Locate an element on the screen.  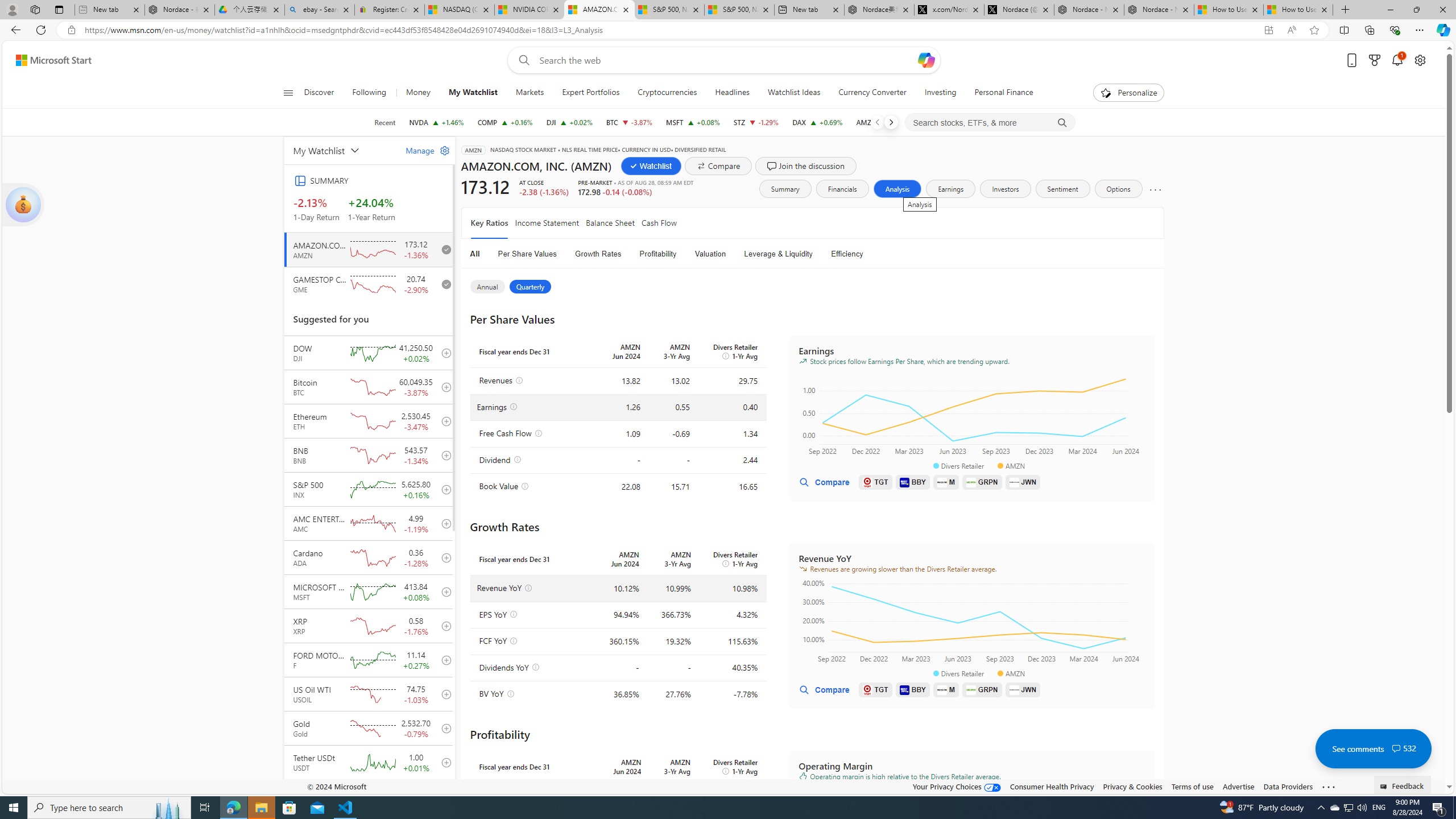
'Watchlist Ideas' is located at coordinates (793, 92).